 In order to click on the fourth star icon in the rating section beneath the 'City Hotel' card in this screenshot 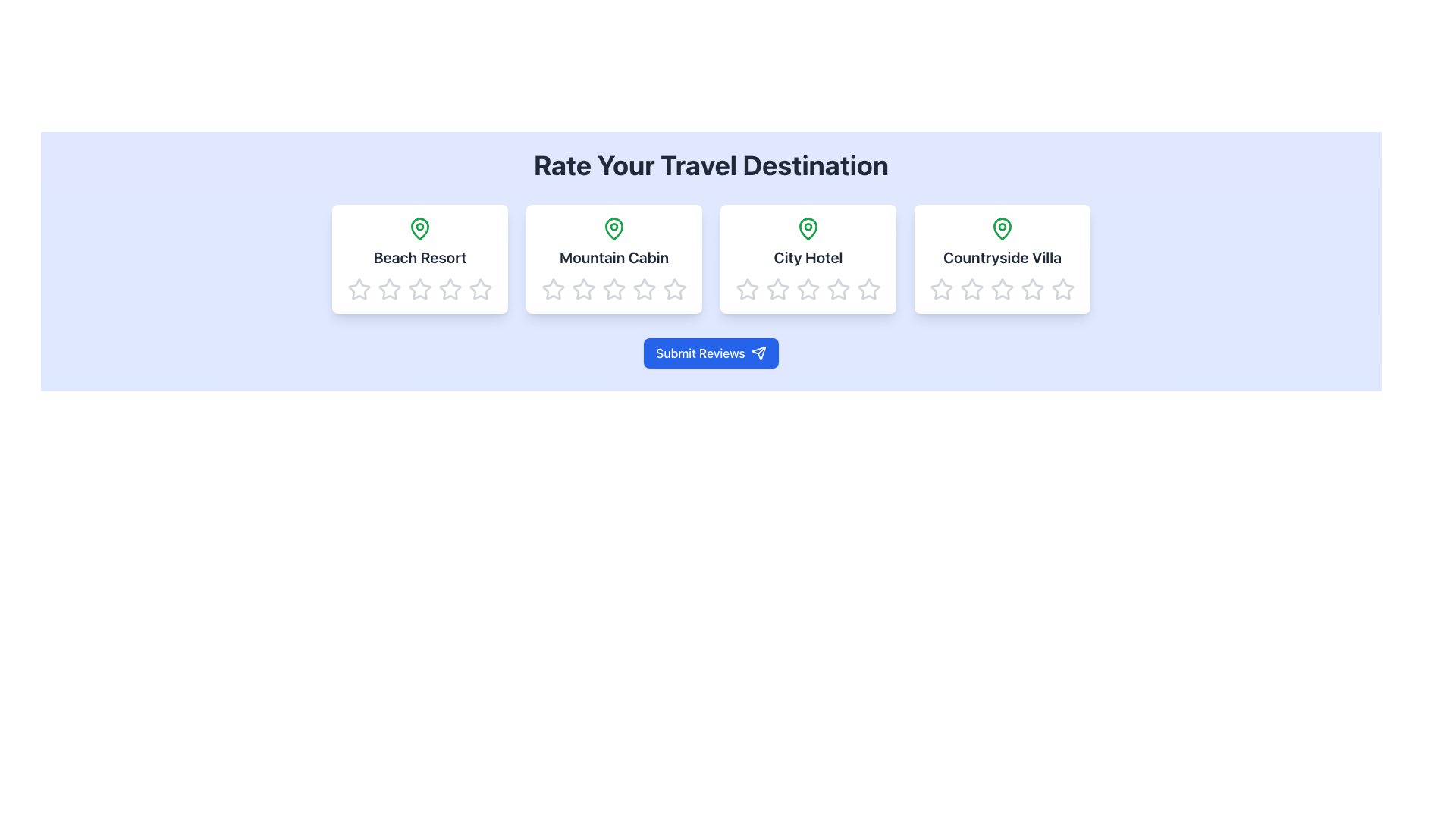, I will do `click(807, 289)`.